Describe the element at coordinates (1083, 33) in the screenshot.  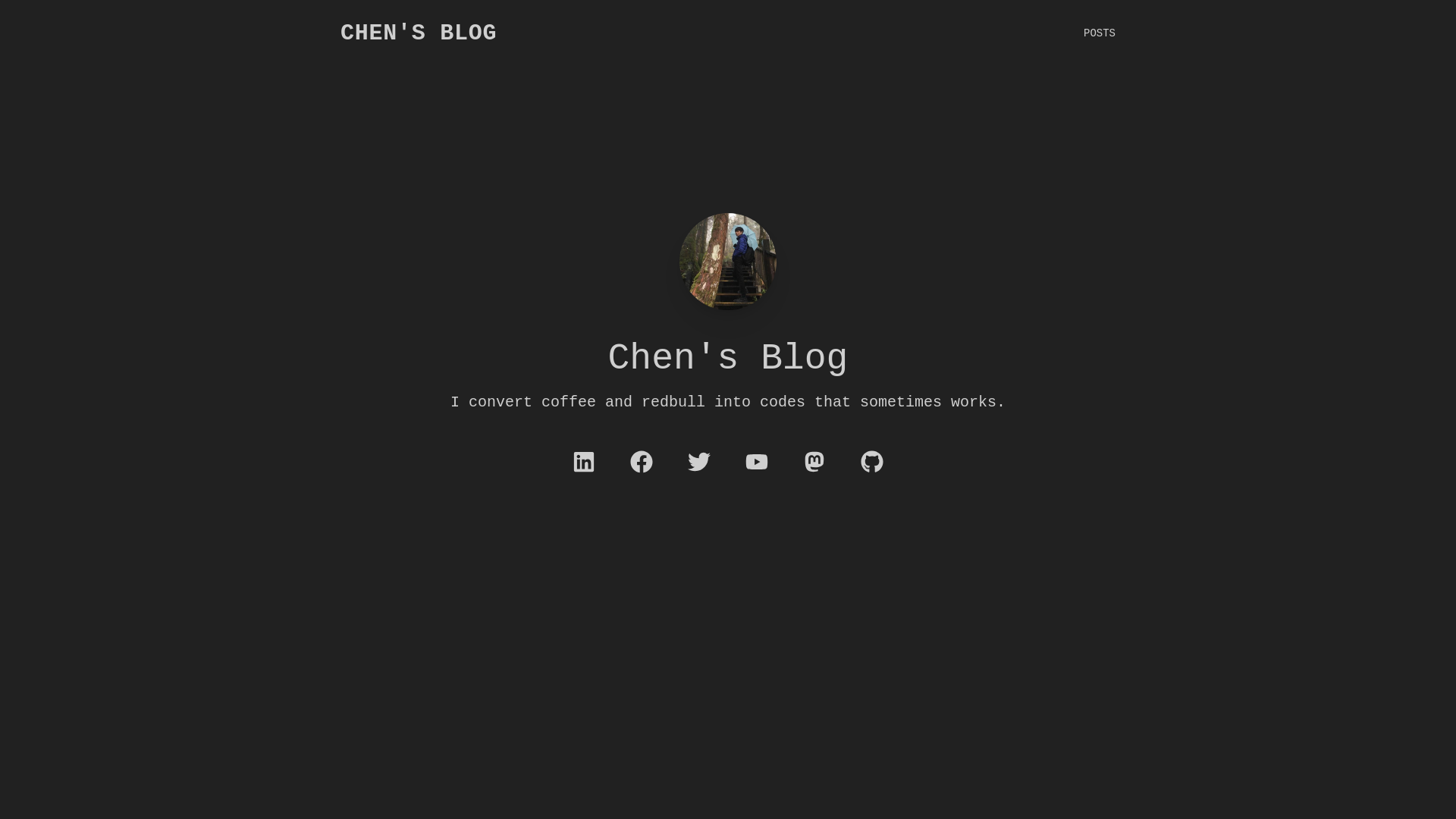
I see `'POSTS'` at that location.